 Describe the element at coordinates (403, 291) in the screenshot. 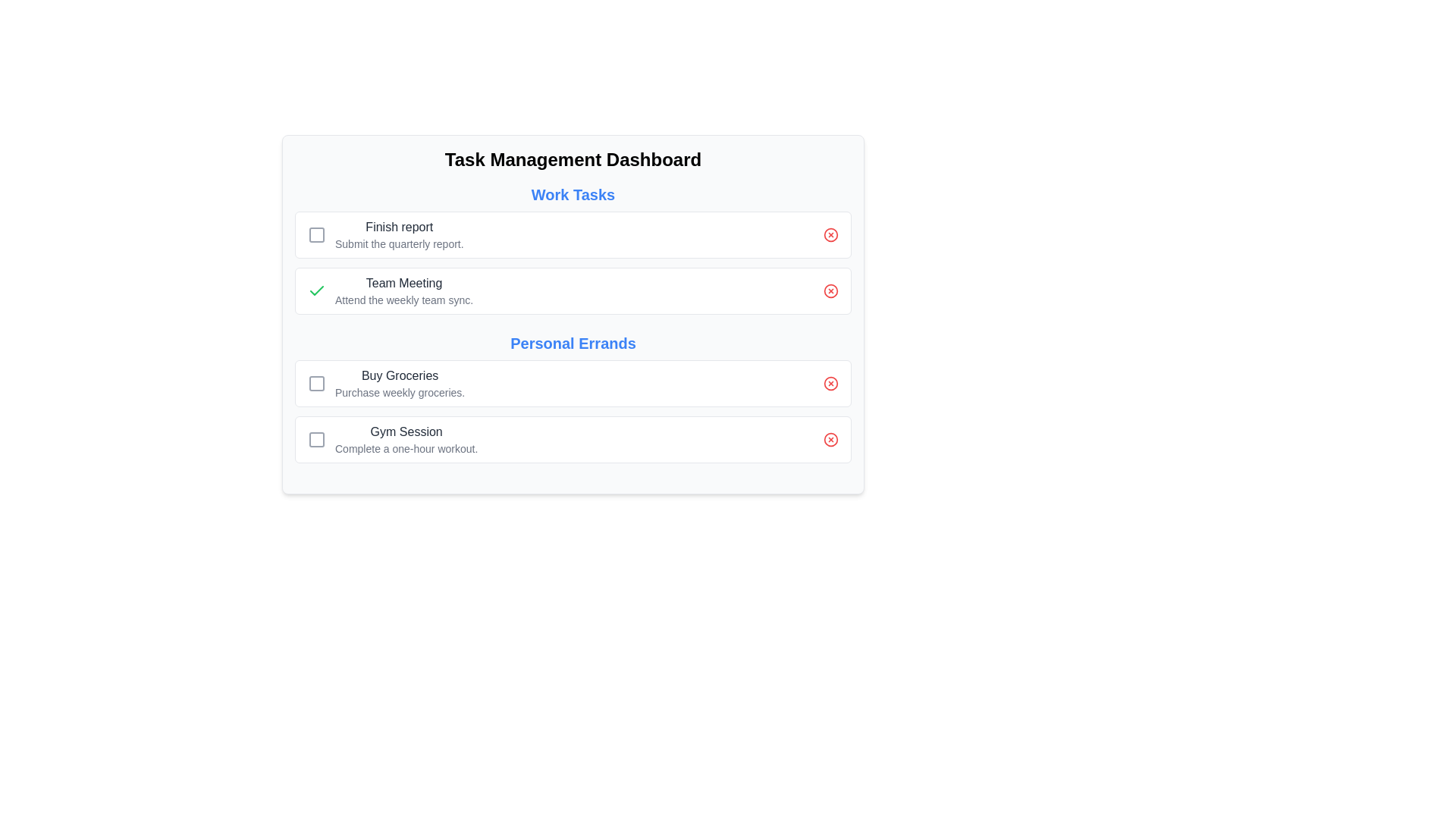

I see `the static textual display labeled 'Team Meeting' in the 'Work Tasks' section of the 'Task Management Dashboard', which contains the description 'Attend the weekly team sync.'` at that location.